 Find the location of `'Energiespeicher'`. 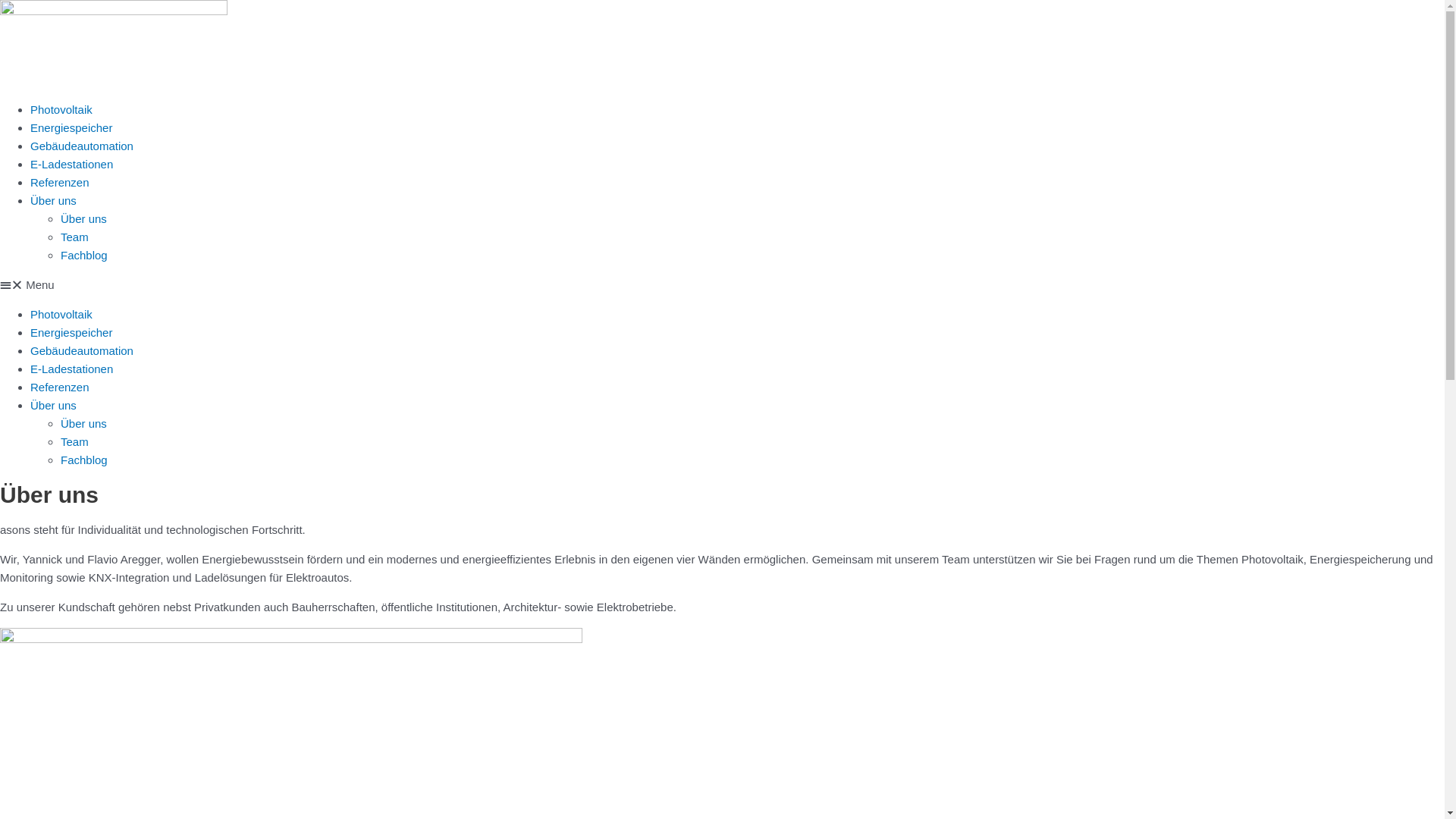

'Energiespeicher' is located at coordinates (71, 127).